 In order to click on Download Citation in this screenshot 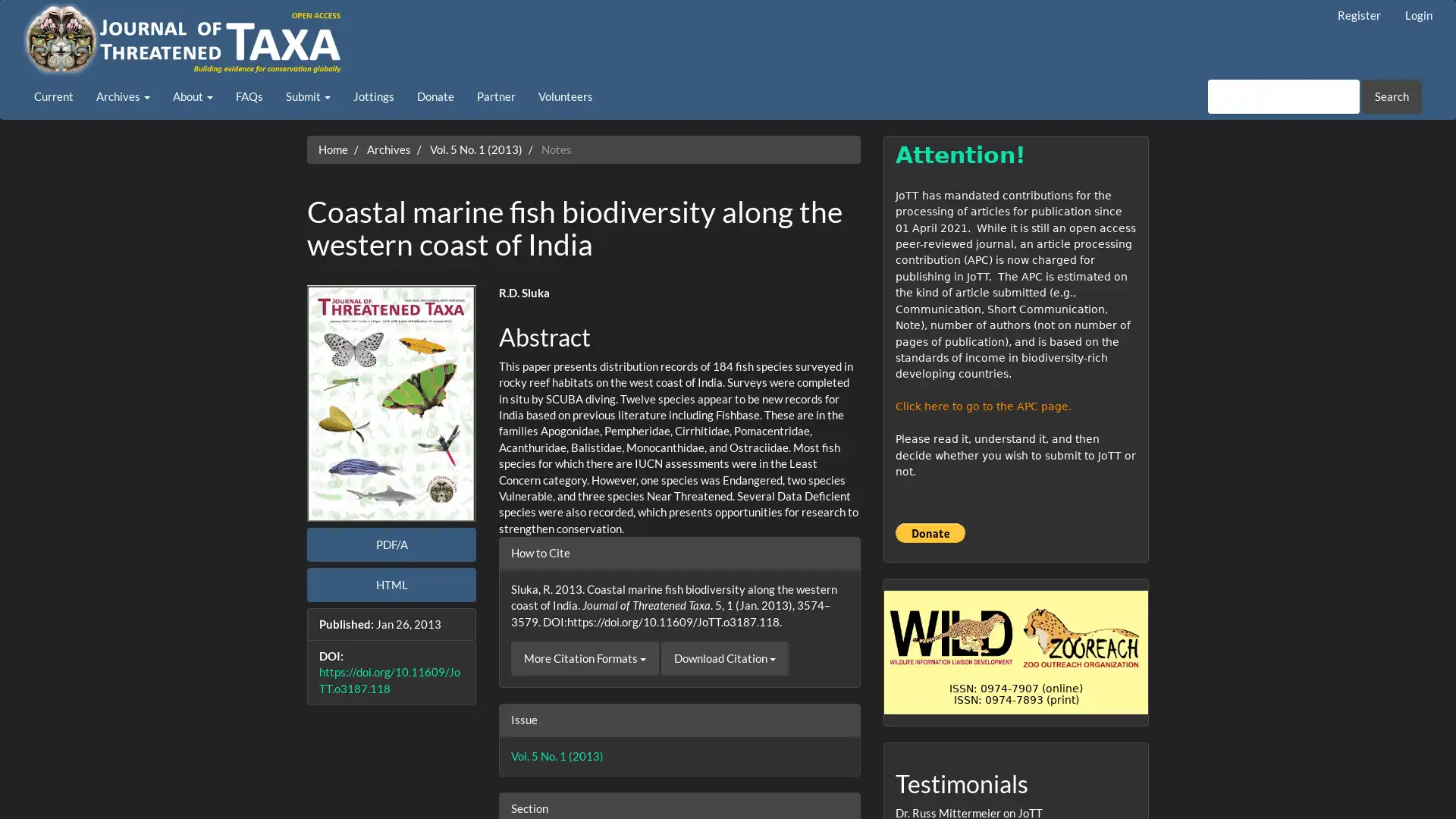, I will do `click(723, 657)`.